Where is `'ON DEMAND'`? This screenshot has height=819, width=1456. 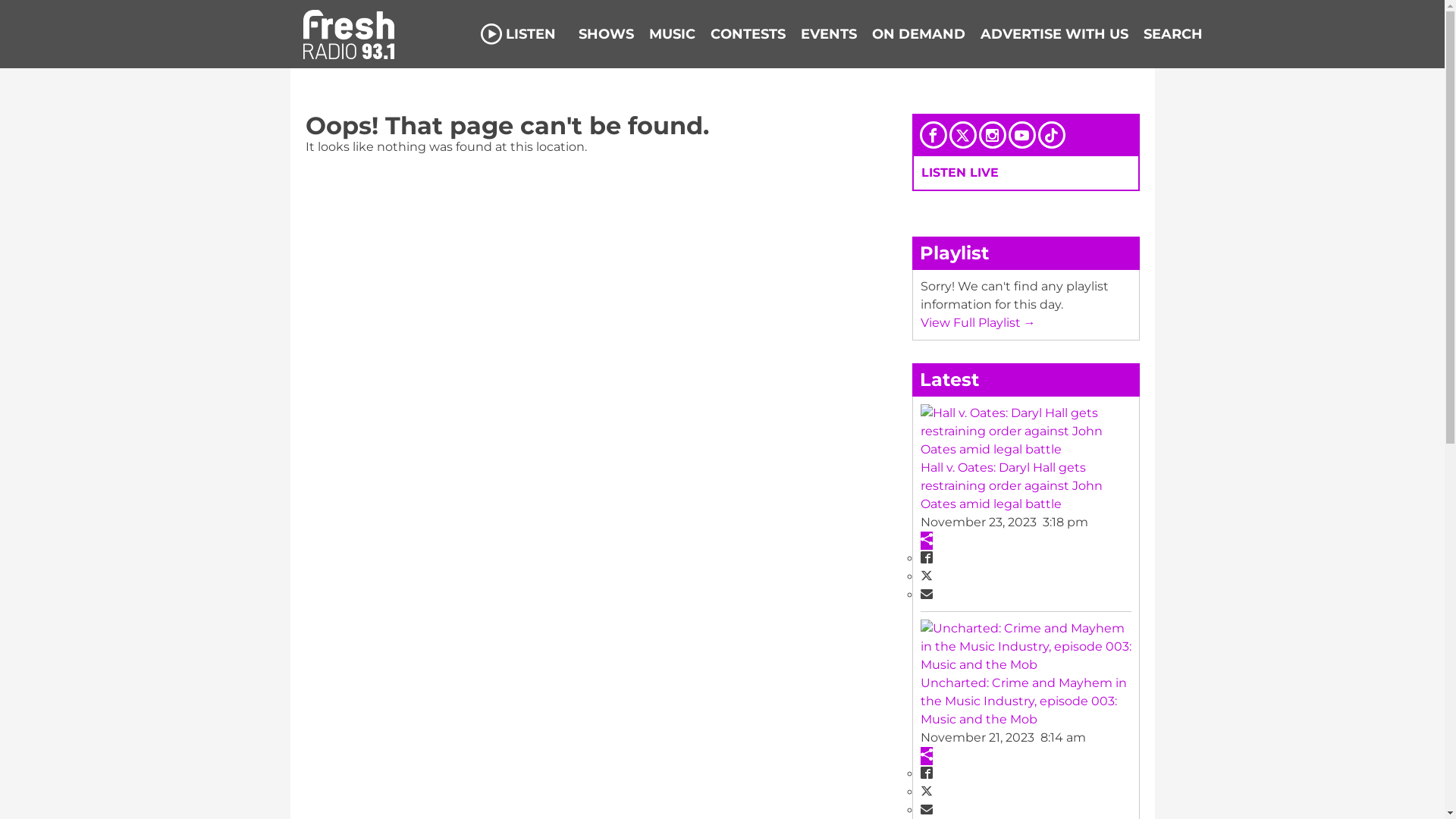
'ON DEMAND' is located at coordinates (864, 34).